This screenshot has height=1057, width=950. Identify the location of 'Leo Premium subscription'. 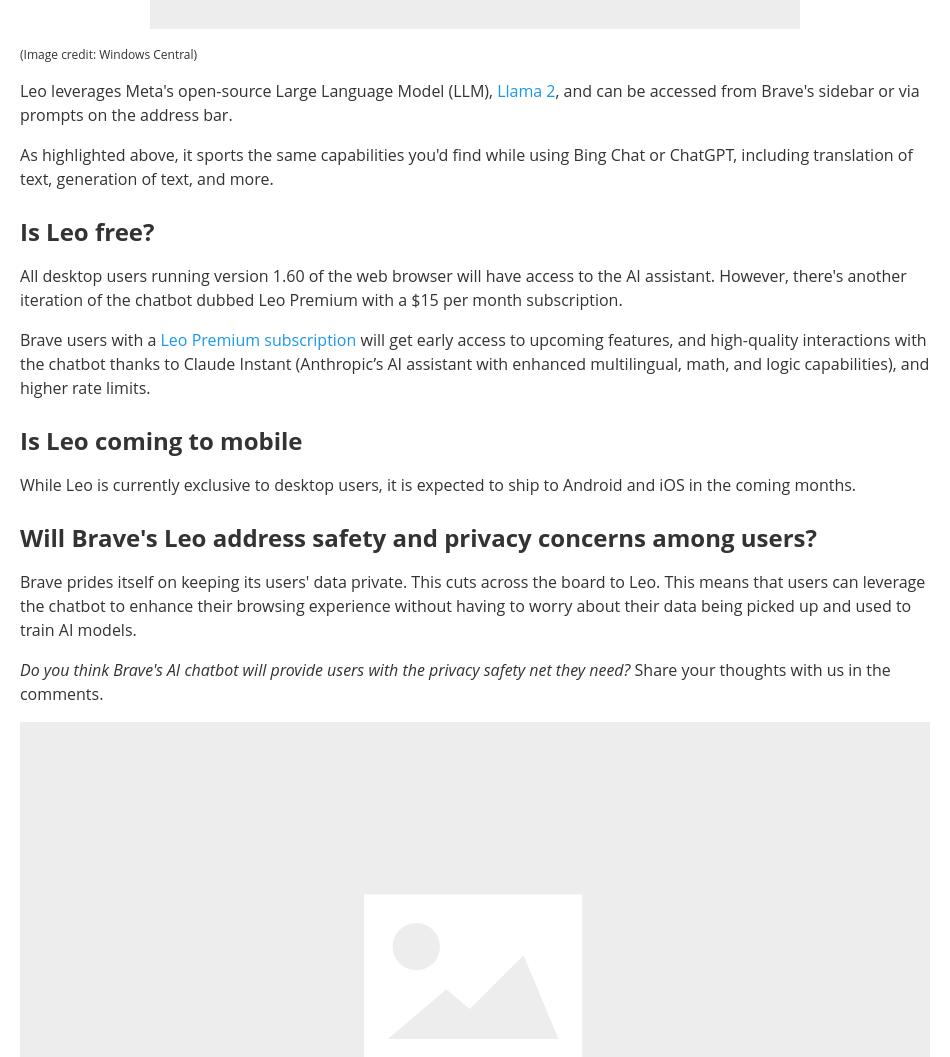
(257, 338).